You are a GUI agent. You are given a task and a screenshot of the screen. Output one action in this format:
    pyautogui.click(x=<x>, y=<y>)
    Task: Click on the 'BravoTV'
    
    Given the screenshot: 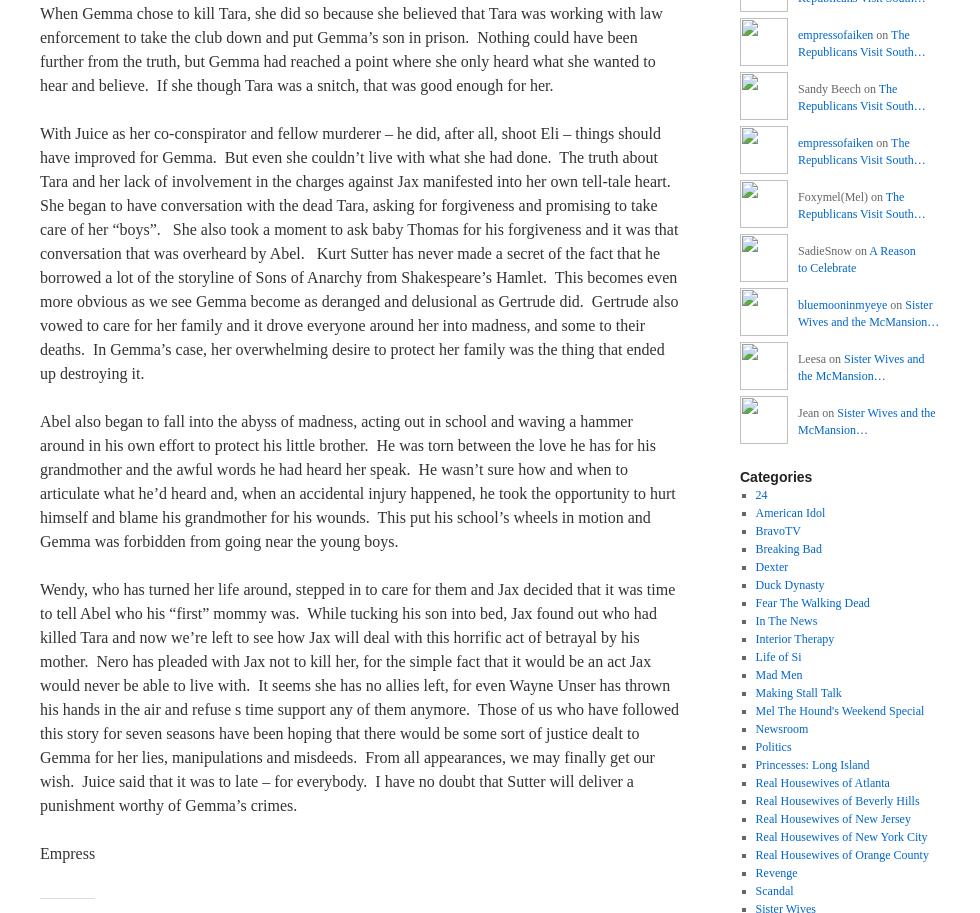 What is the action you would take?
    pyautogui.click(x=754, y=529)
    